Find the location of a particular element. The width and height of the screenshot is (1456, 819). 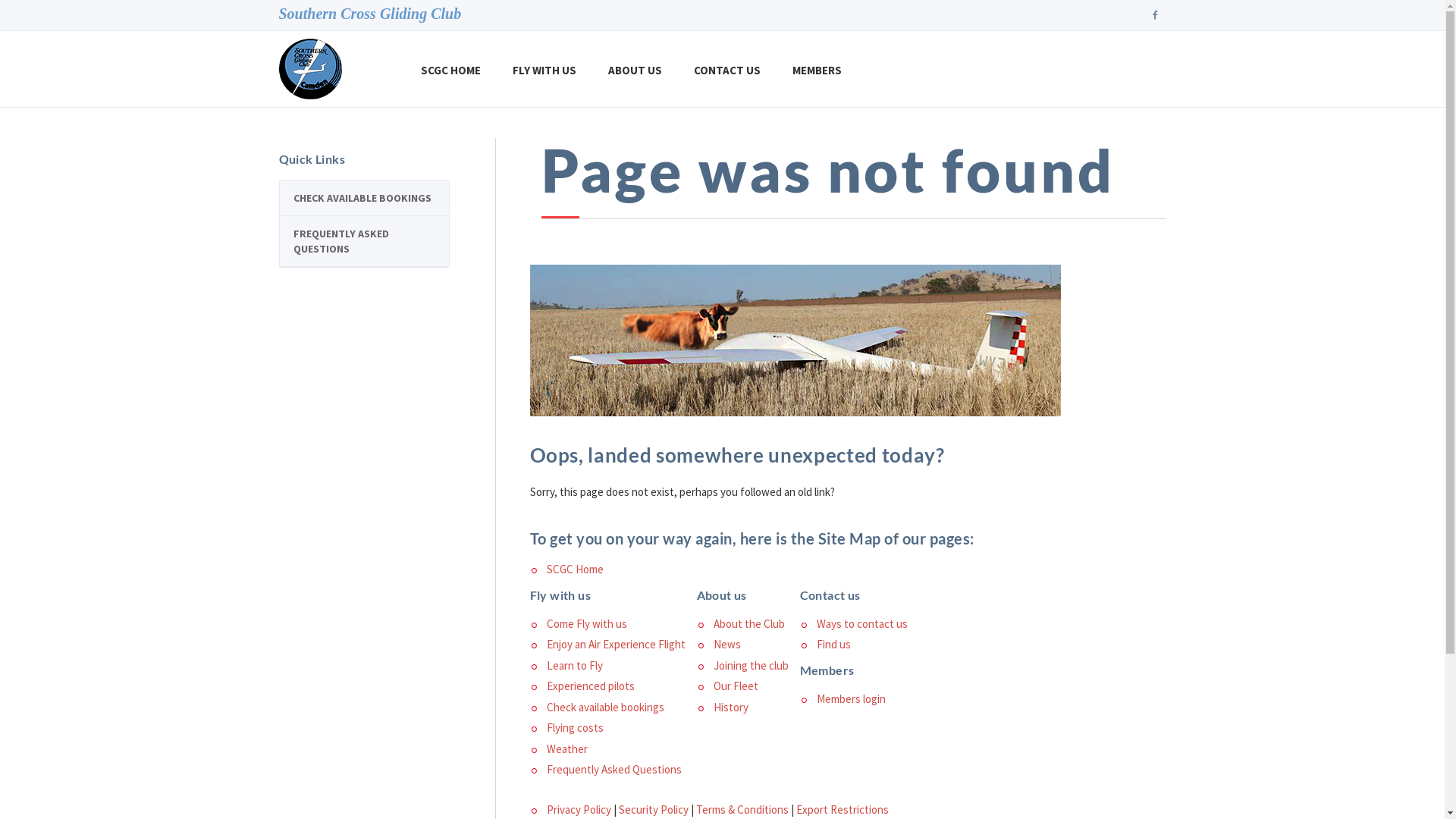

'Frequently Asked Questions' is located at coordinates (613, 769).